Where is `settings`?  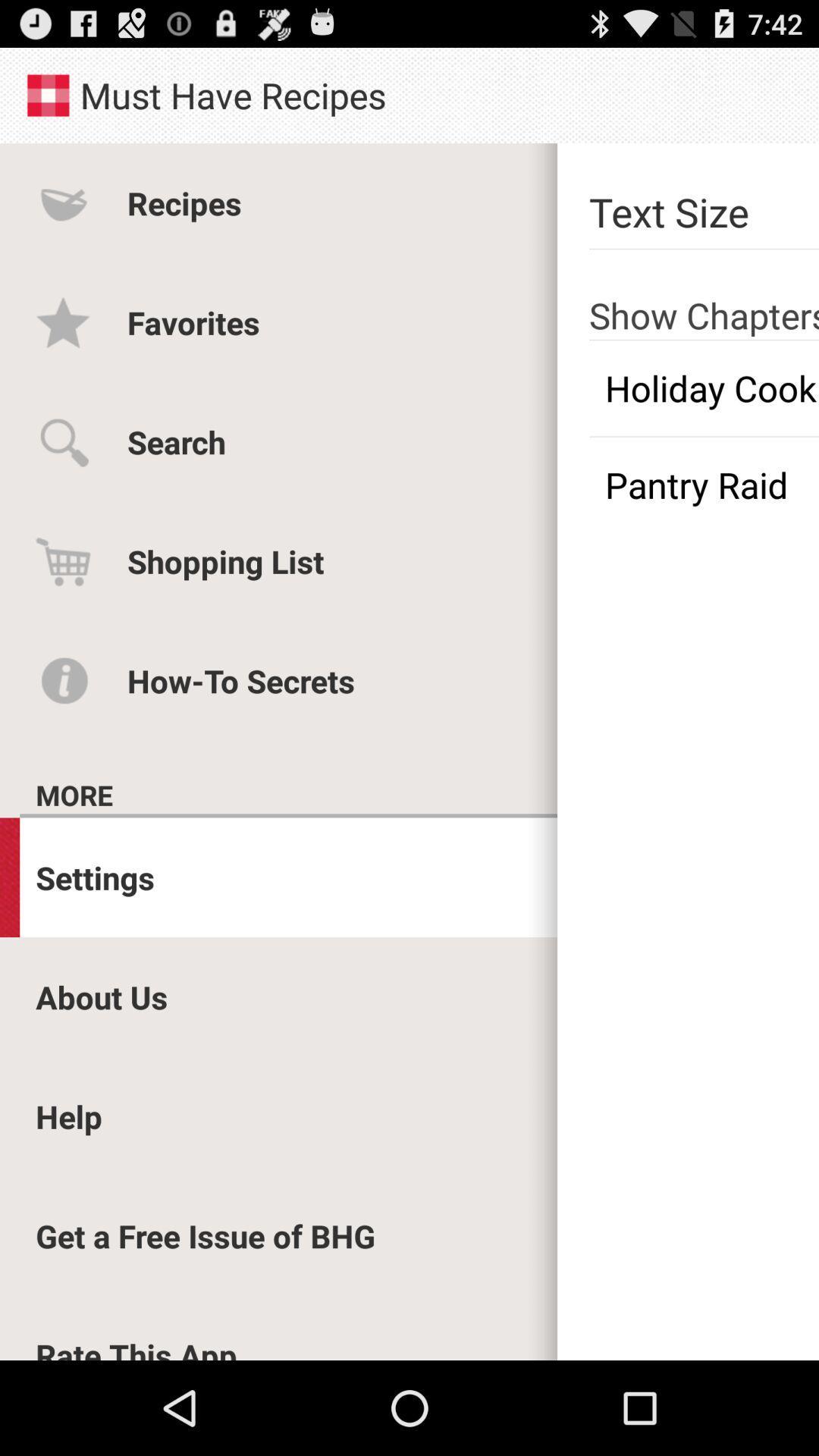 settings is located at coordinates (95, 877).